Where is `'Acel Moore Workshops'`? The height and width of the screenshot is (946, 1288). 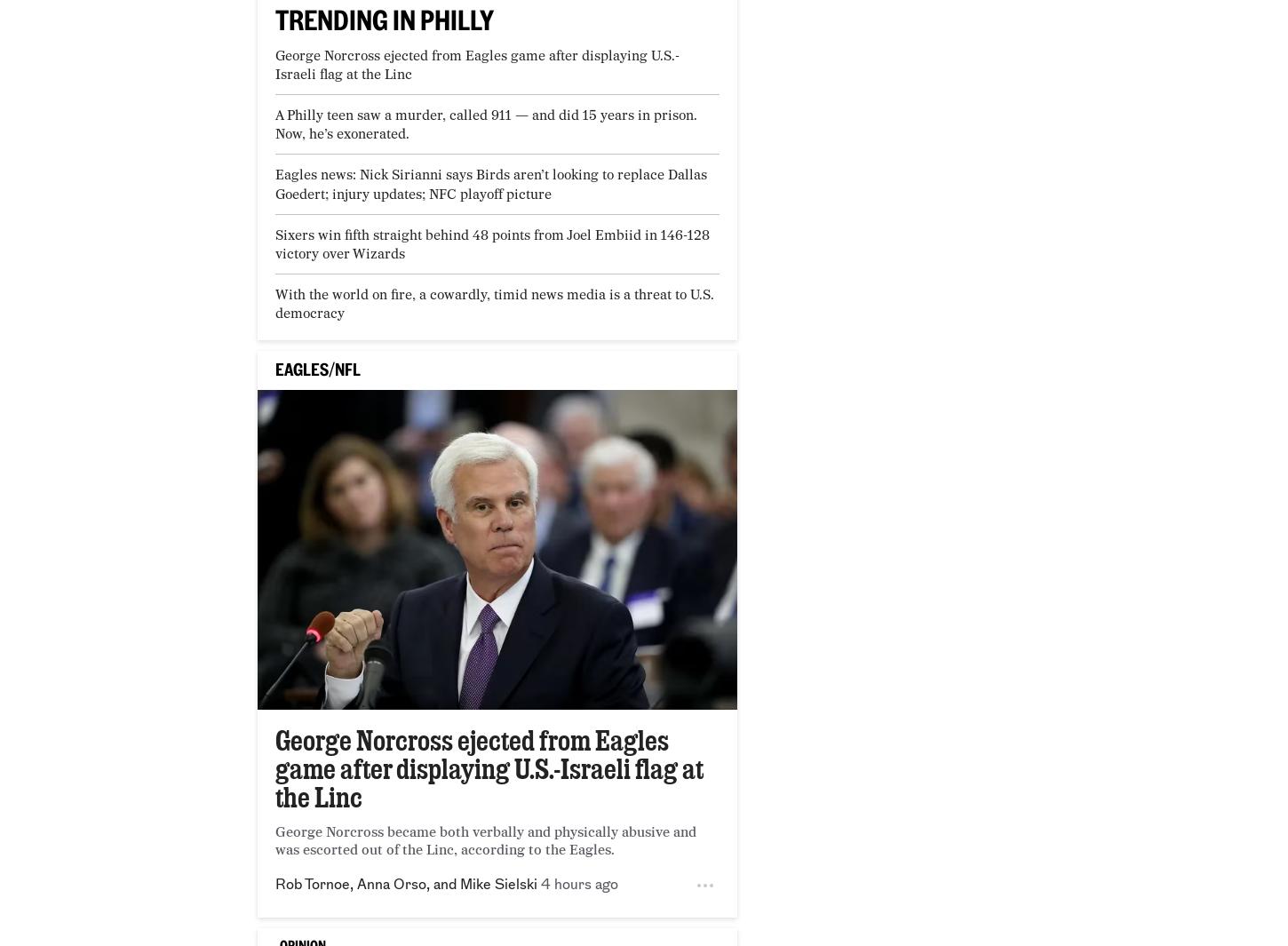 'Acel Moore Workshops' is located at coordinates (194, 843).